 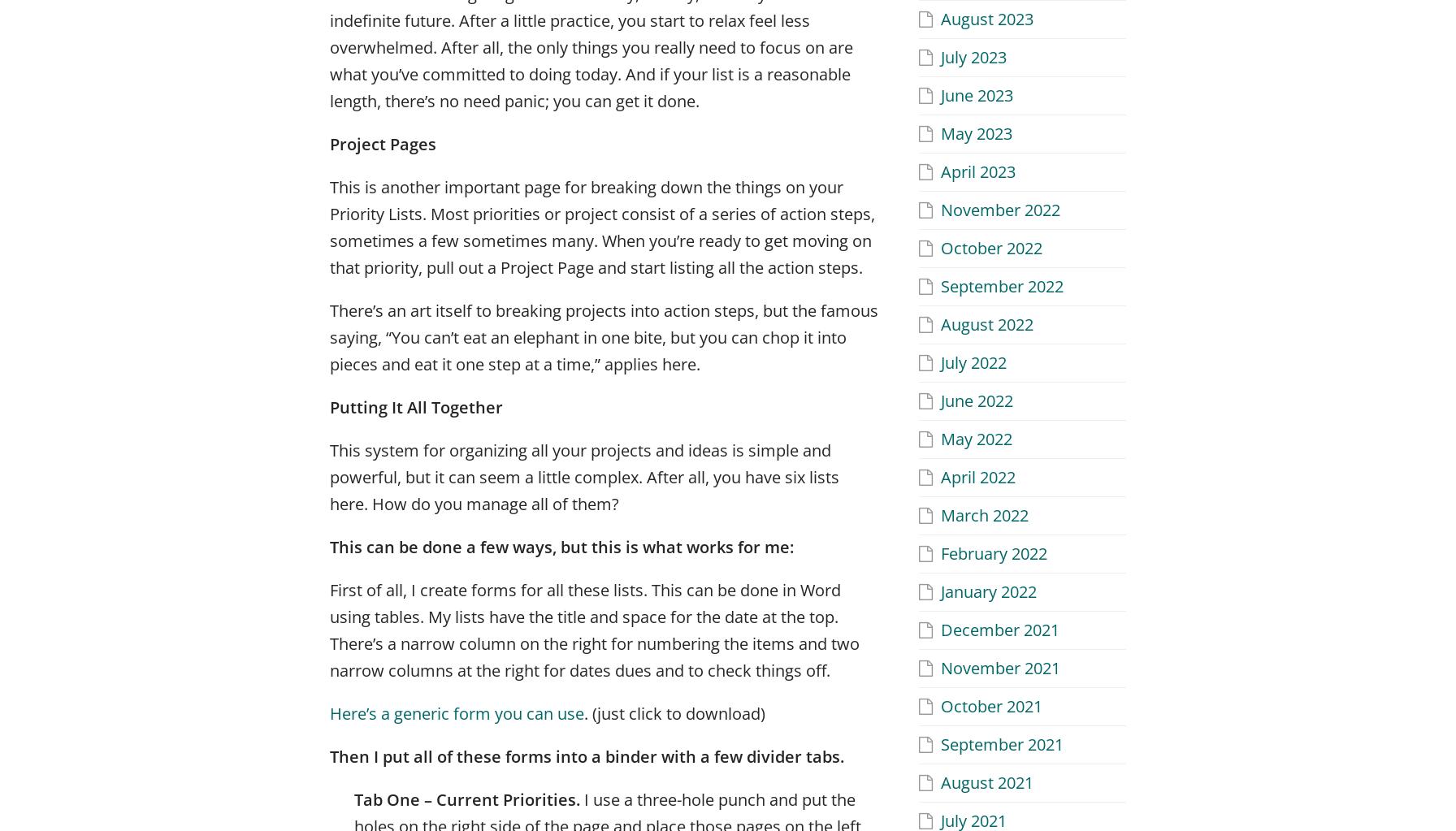 What do you see at coordinates (589, 755) in the screenshot?
I see `'Then I put all of these forms into a binder with a few divider tabs.'` at bounding box center [589, 755].